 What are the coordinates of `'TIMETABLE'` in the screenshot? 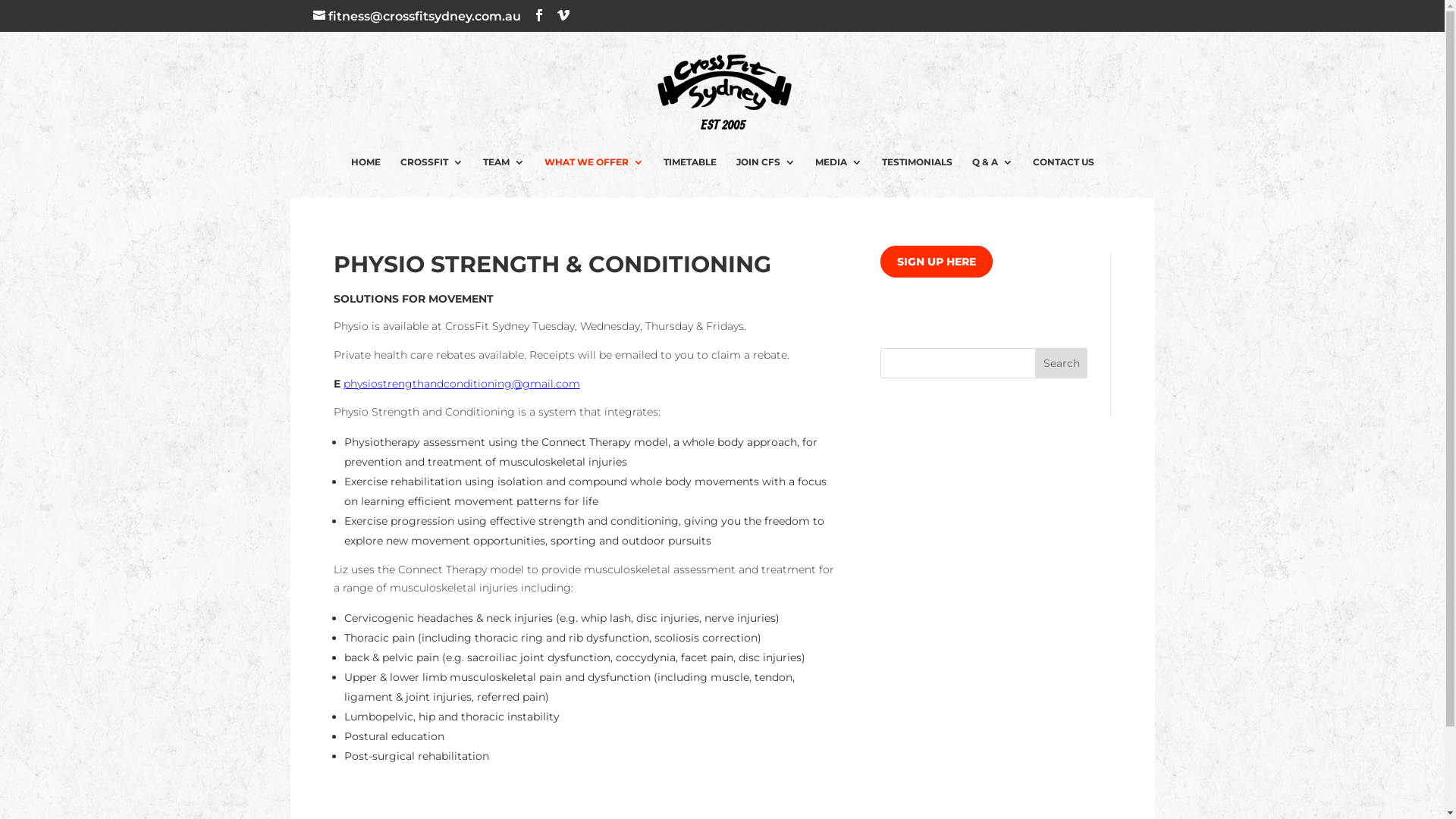 It's located at (688, 166).